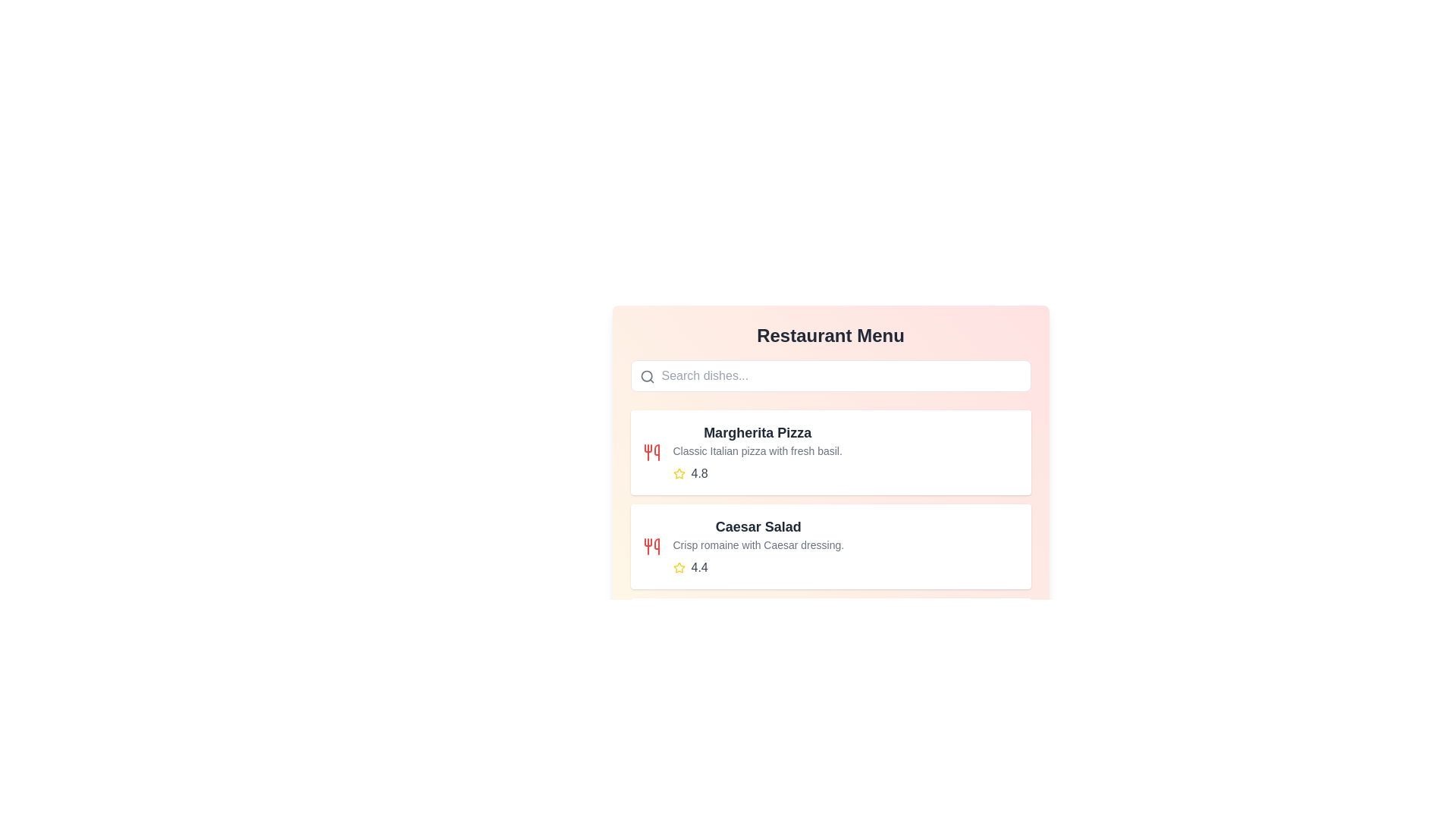 Image resolution: width=1456 pixels, height=819 pixels. What do you see at coordinates (758, 544) in the screenshot?
I see `the text label styled with smaller text size and lighter gray color, located beneath the 'Caesar Salad' title and above the star rating` at bounding box center [758, 544].